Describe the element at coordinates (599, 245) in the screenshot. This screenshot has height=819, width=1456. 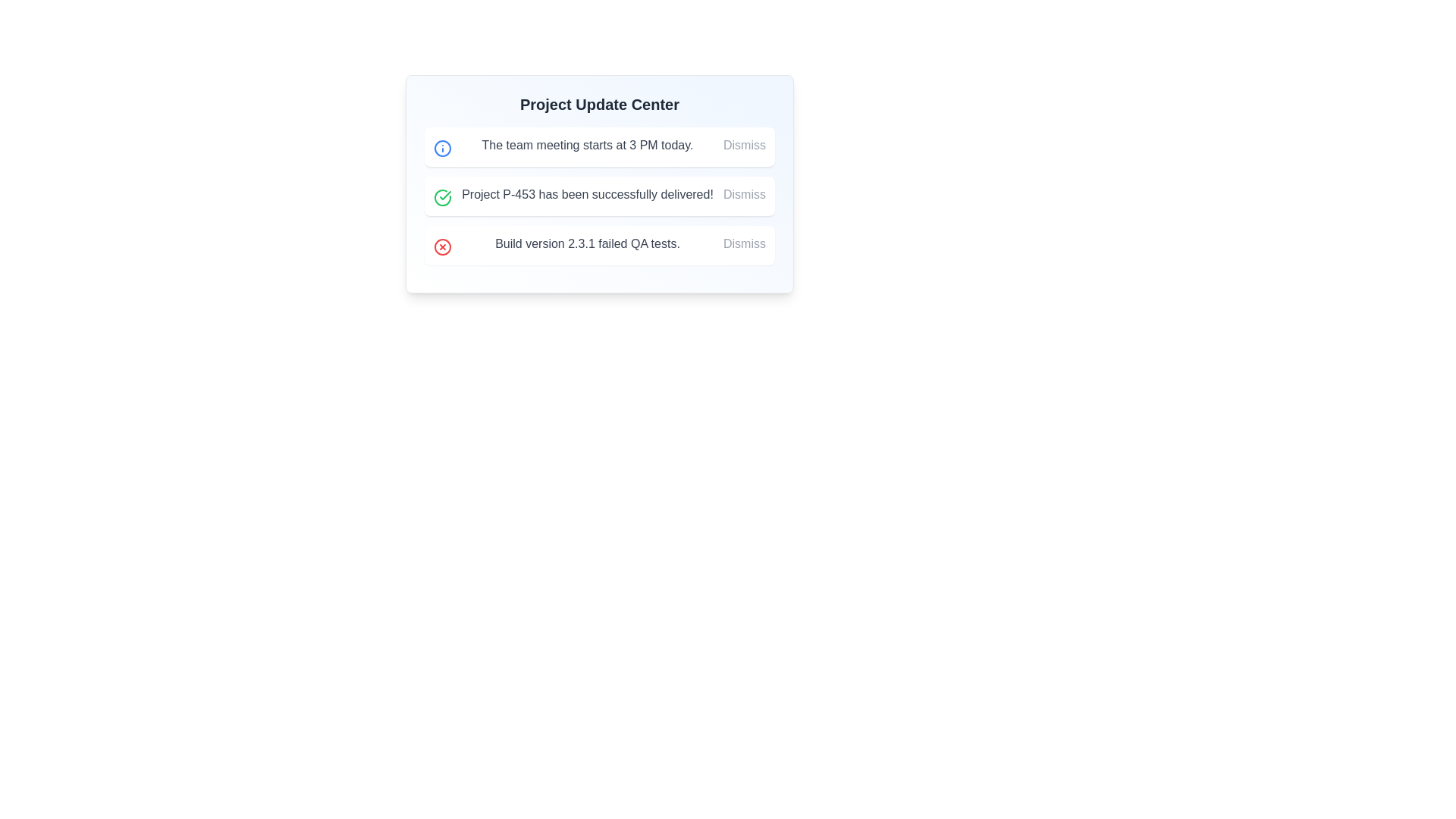
I see `the third notification in the 'Project Update Center' that indicates the failure of software build version 2.3.1` at that location.